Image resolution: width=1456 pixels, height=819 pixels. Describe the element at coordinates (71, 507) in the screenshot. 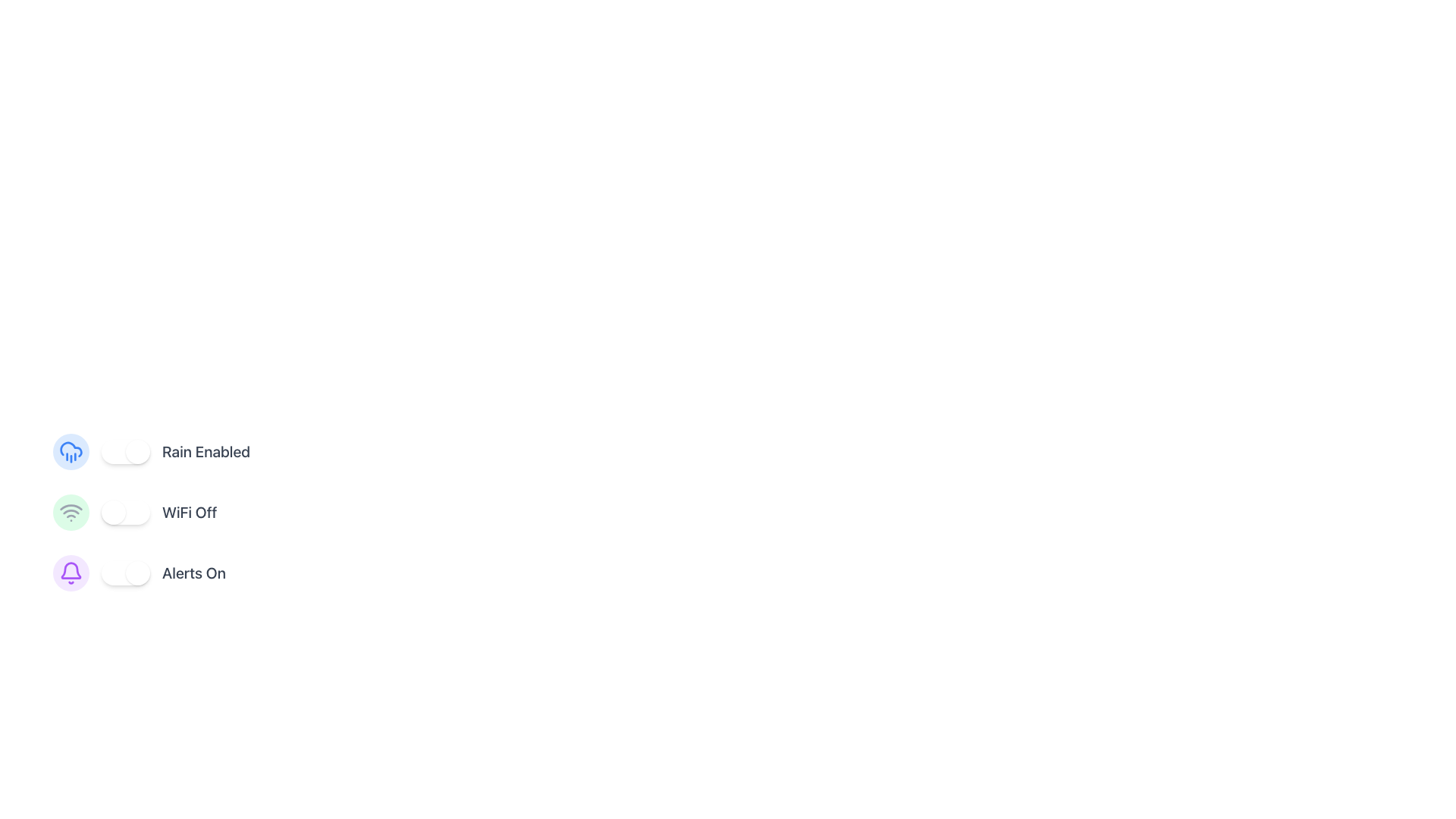

I see `the second arc segment of the WiFi icon, which is part of an SVG graphic representation of a WiFi signal` at that location.